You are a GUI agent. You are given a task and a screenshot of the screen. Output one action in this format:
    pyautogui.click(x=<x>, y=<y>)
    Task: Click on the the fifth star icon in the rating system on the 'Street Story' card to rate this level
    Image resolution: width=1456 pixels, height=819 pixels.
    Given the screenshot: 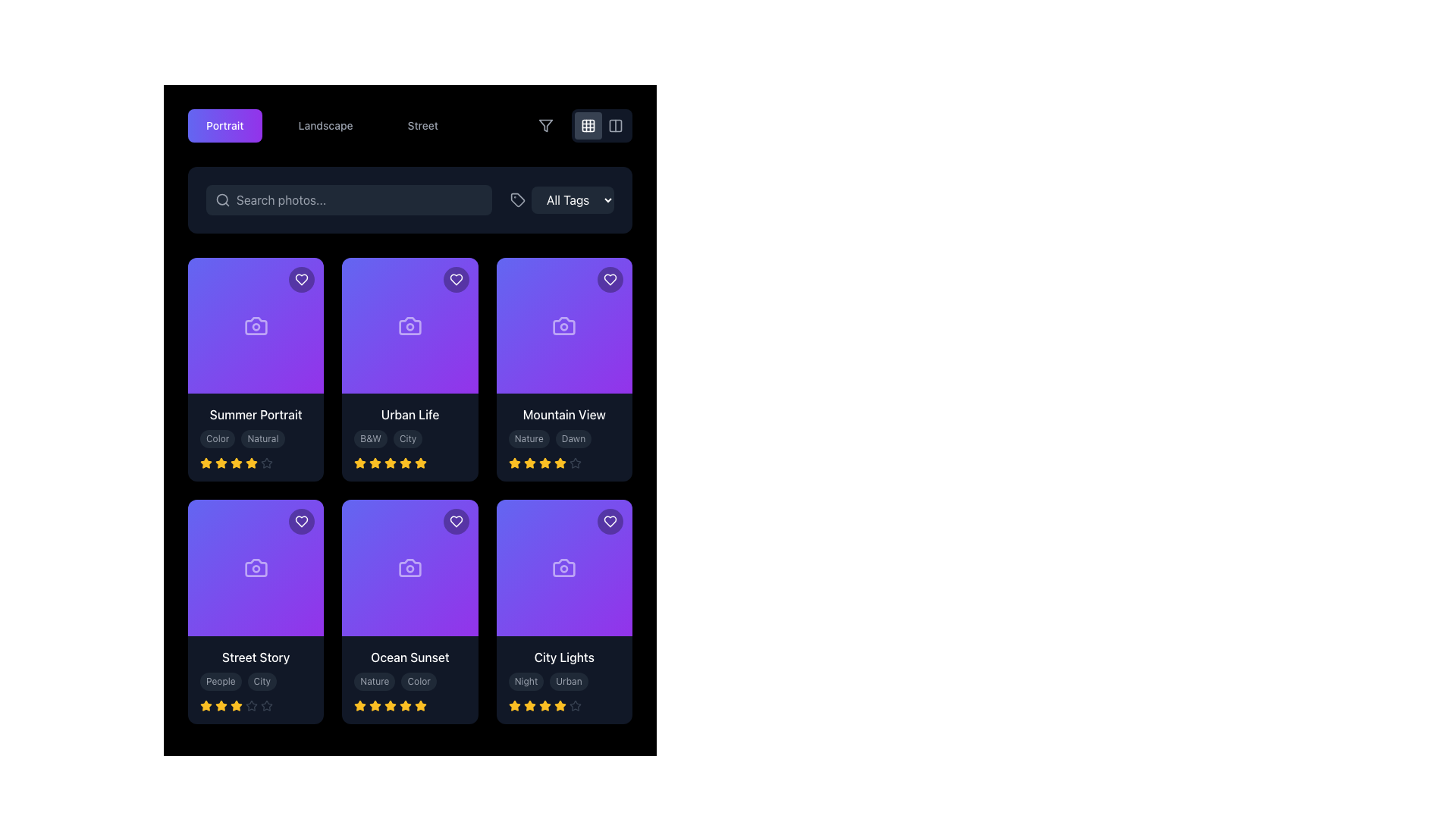 What is the action you would take?
    pyautogui.click(x=256, y=705)
    